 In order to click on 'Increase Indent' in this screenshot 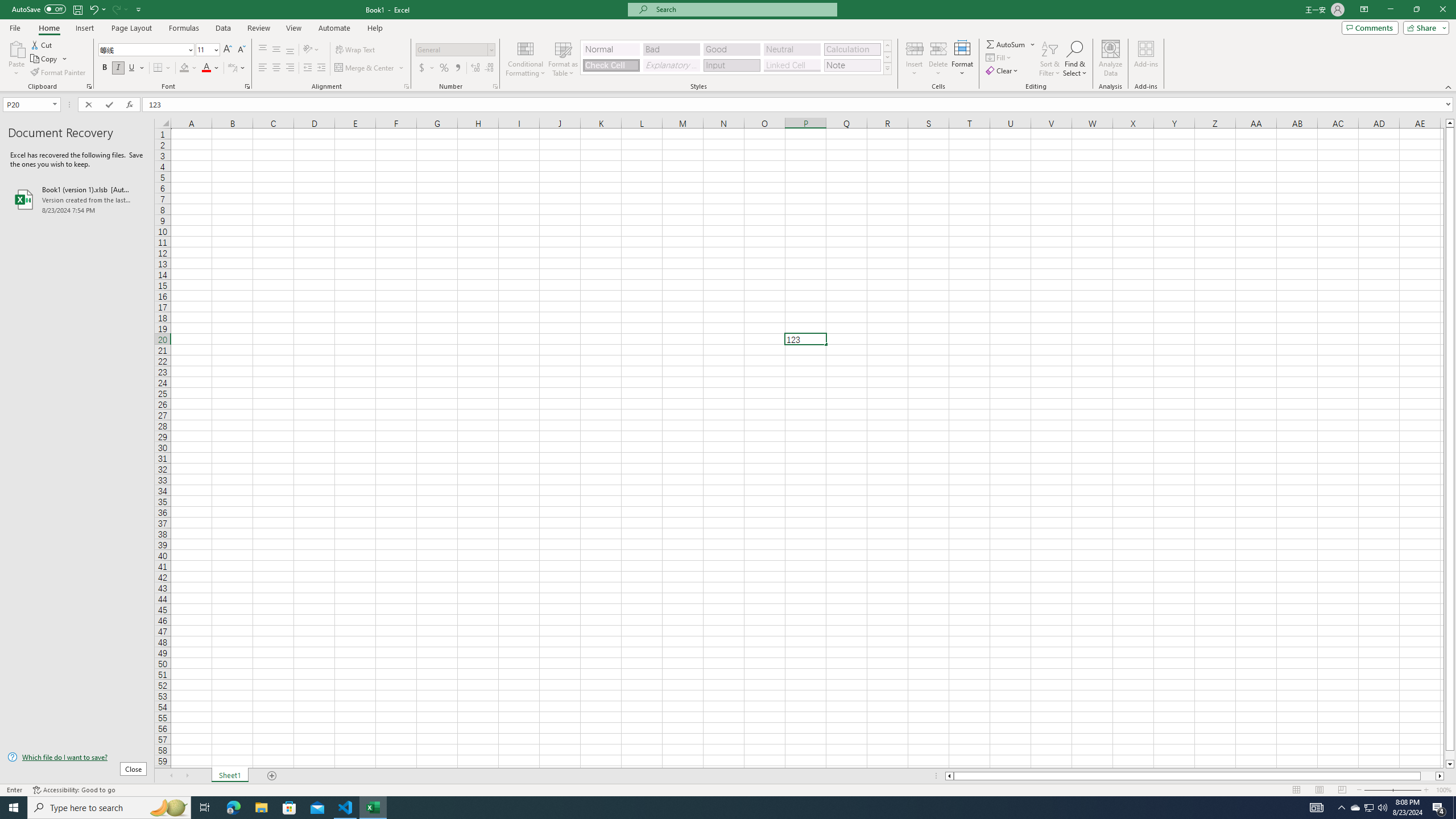, I will do `click(320, 67)`.